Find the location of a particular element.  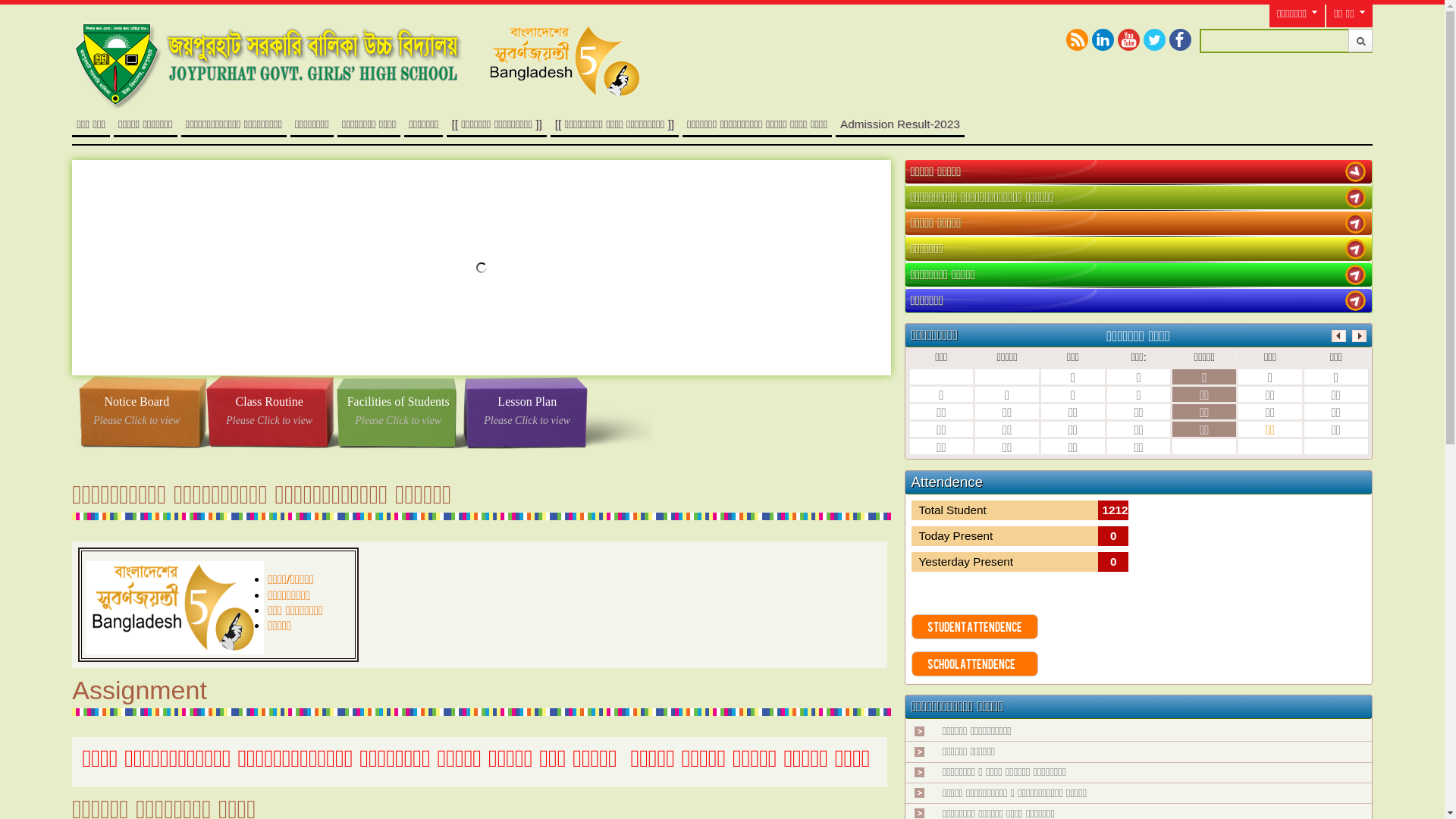

'Notice Board is located at coordinates (136, 412).